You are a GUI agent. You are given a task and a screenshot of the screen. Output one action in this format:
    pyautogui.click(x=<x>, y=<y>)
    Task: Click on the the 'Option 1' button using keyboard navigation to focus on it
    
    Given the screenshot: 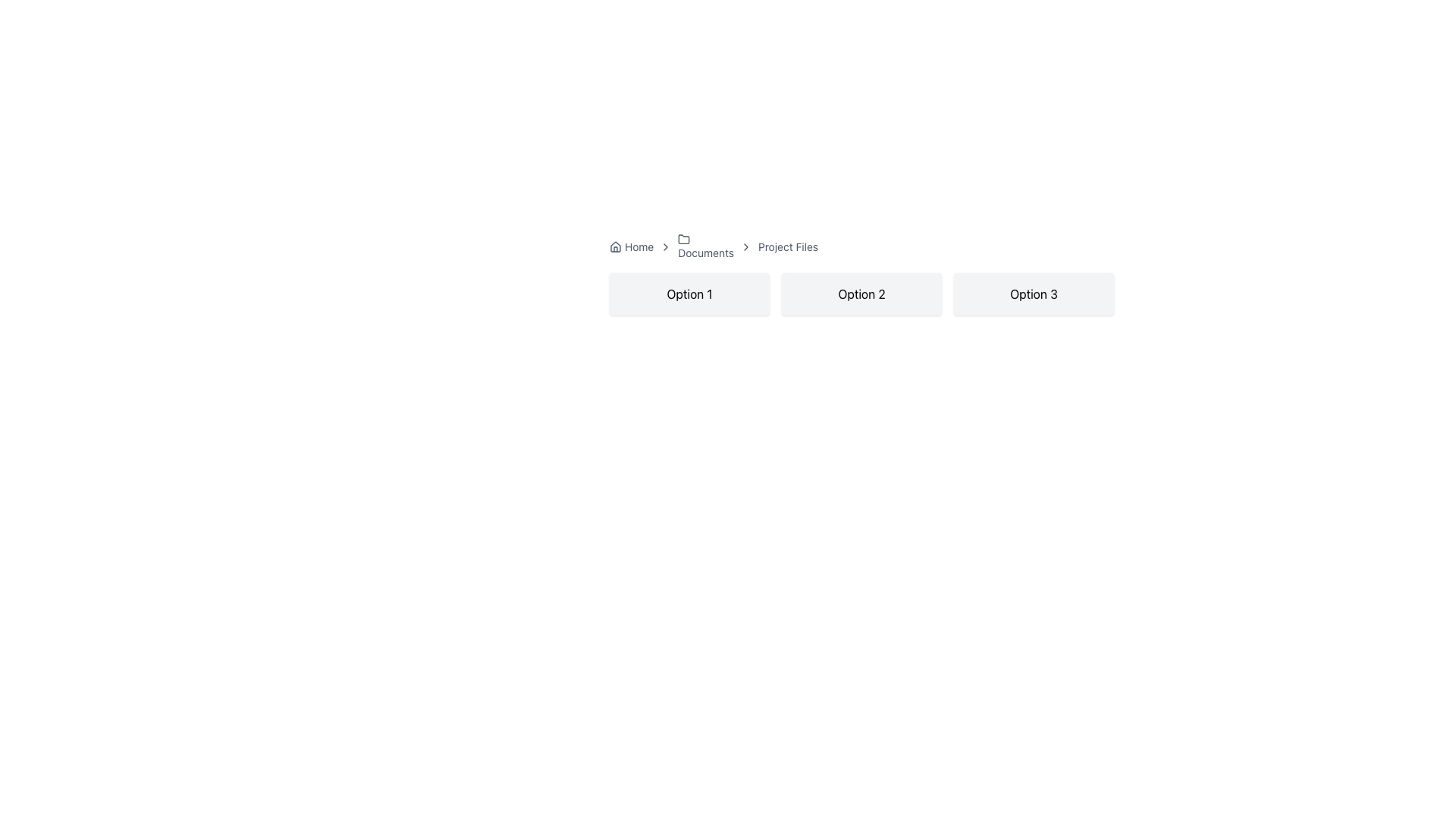 What is the action you would take?
    pyautogui.click(x=689, y=294)
    